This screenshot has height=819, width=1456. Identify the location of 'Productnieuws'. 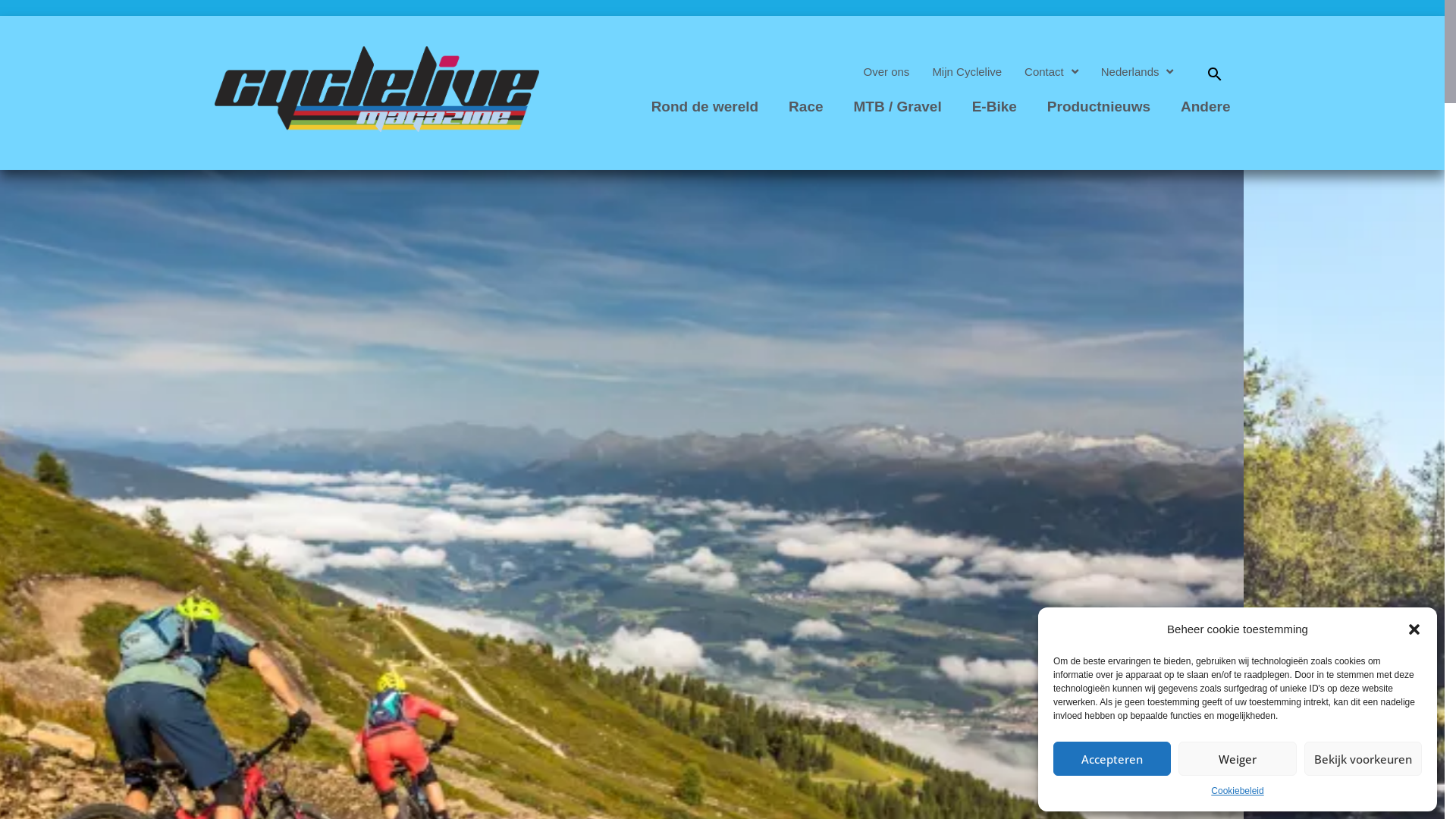
(1099, 106).